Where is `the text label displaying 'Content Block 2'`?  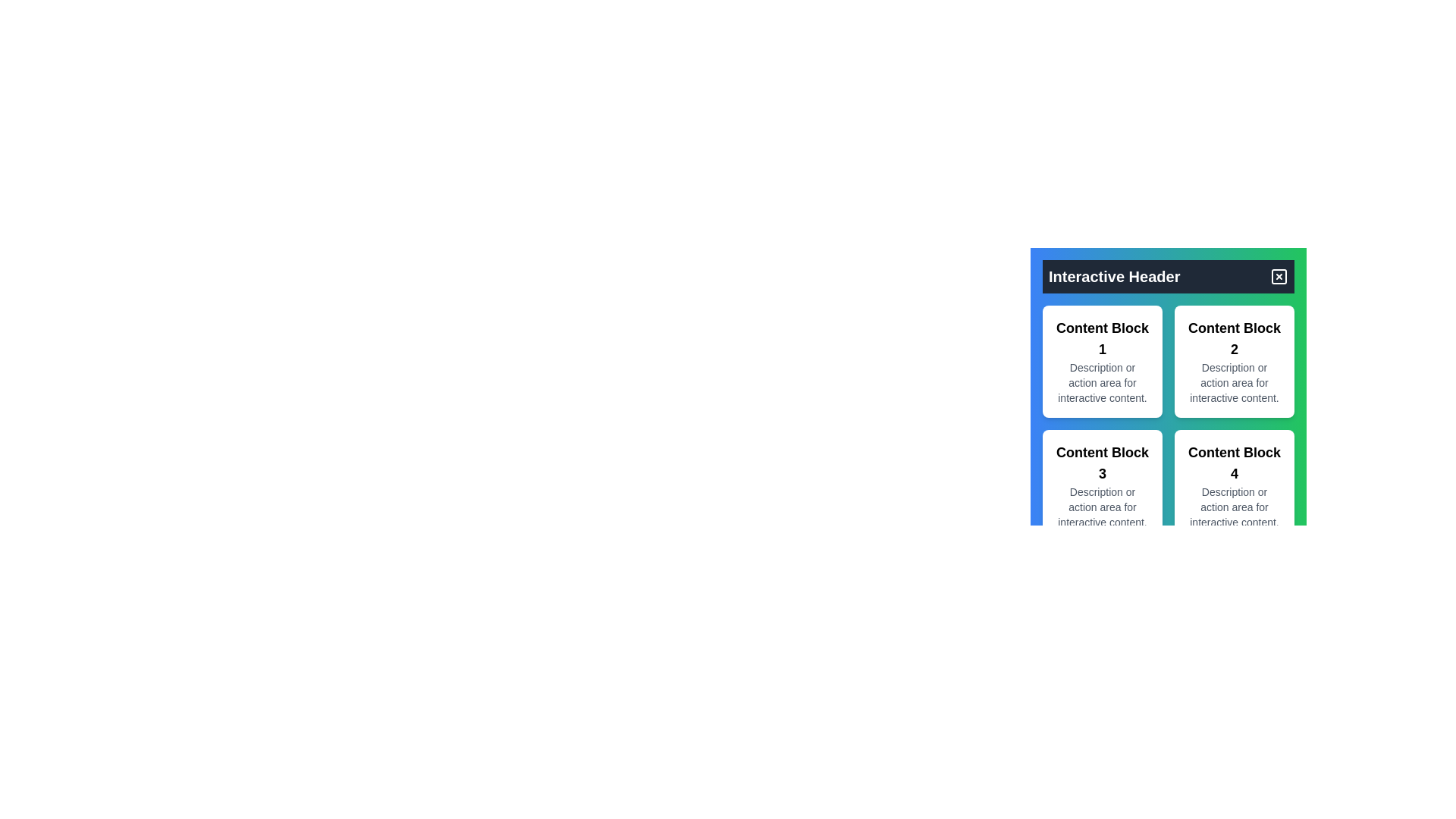 the text label displaying 'Content Block 2' is located at coordinates (1234, 338).